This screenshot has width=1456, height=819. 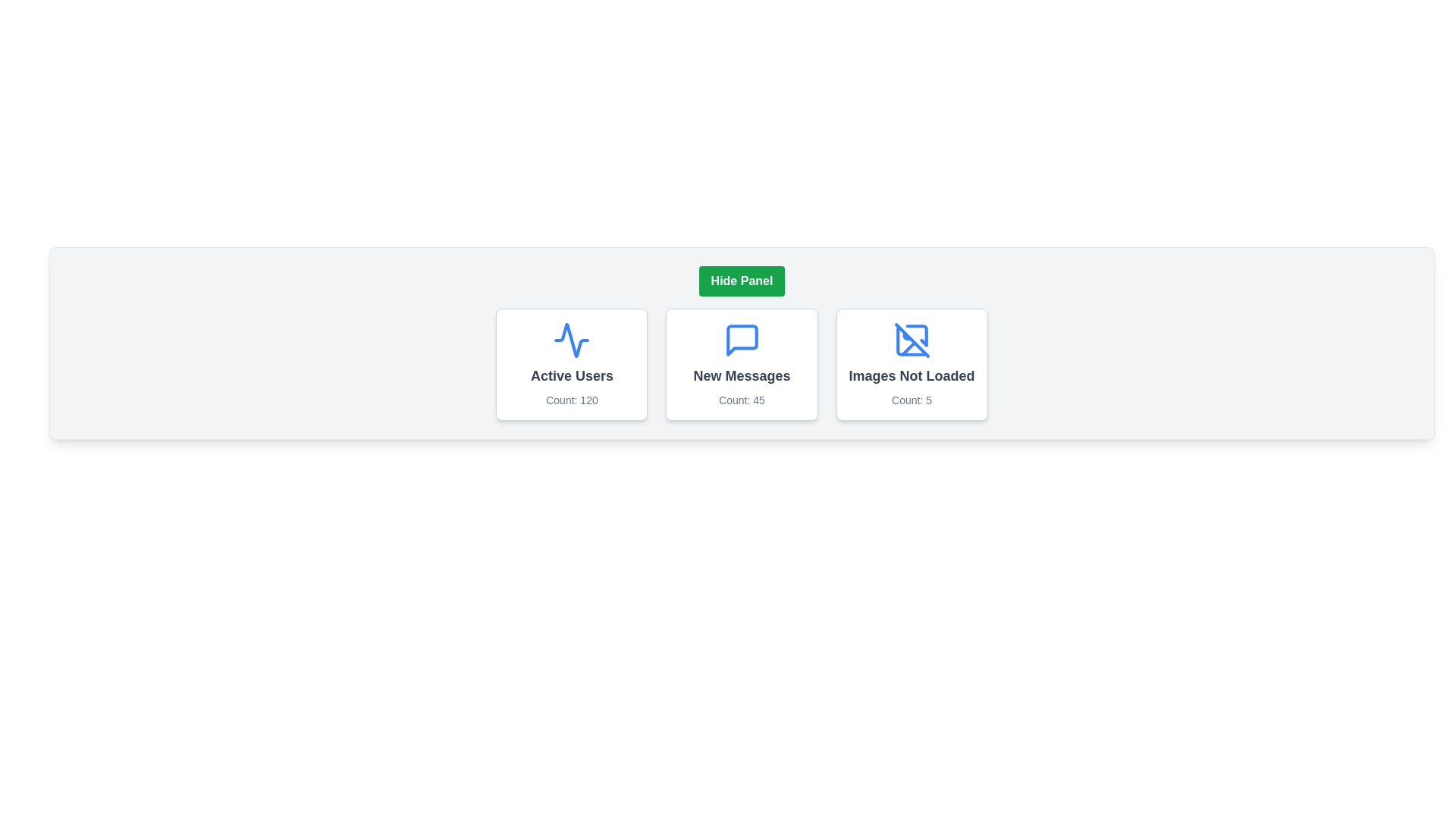 What do you see at coordinates (571, 400) in the screenshot?
I see `the static text label that displays the number of 'Active Users', positioned centrally beneath the 'Active Users' label within the card` at bounding box center [571, 400].